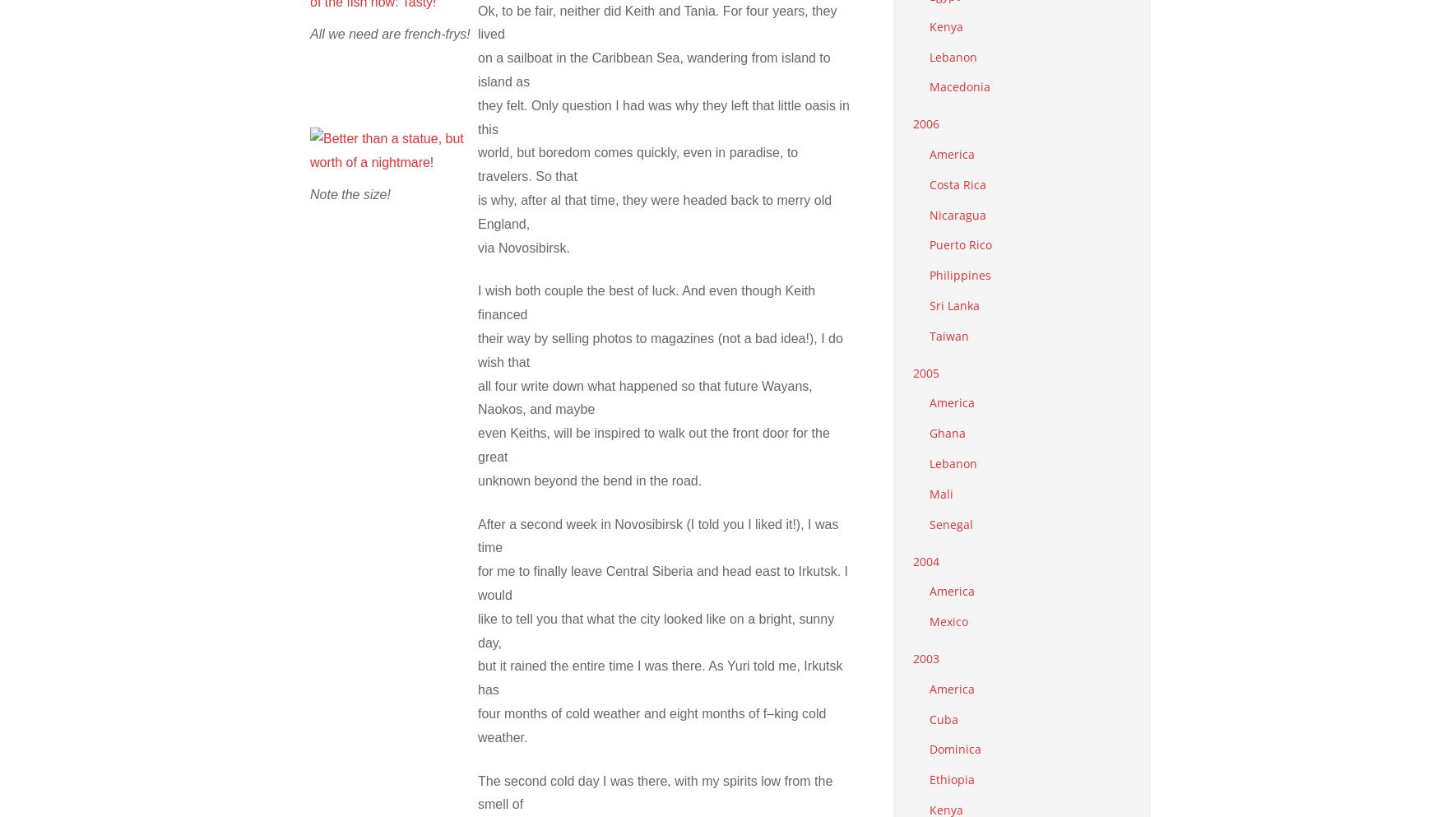 The image size is (1456, 817). What do you see at coordinates (477, 583) in the screenshot?
I see `'for me to finally leave Central Siberia and head east to Irkutsk. I would'` at bounding box center [477, 583].